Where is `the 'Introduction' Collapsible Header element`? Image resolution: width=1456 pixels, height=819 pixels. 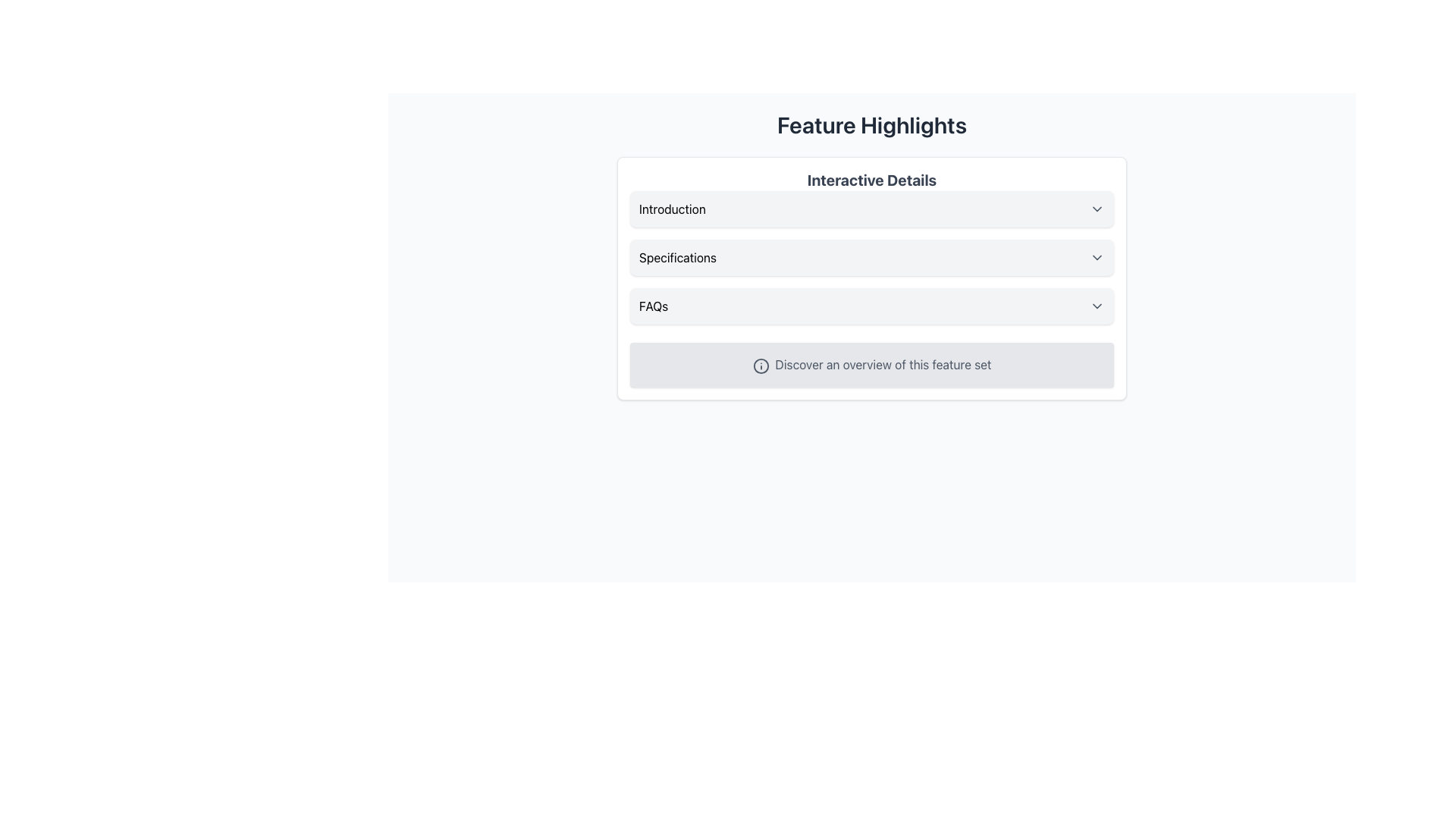 the 'Introduction' Collapsible Header element is located at coordinates (872, 209).